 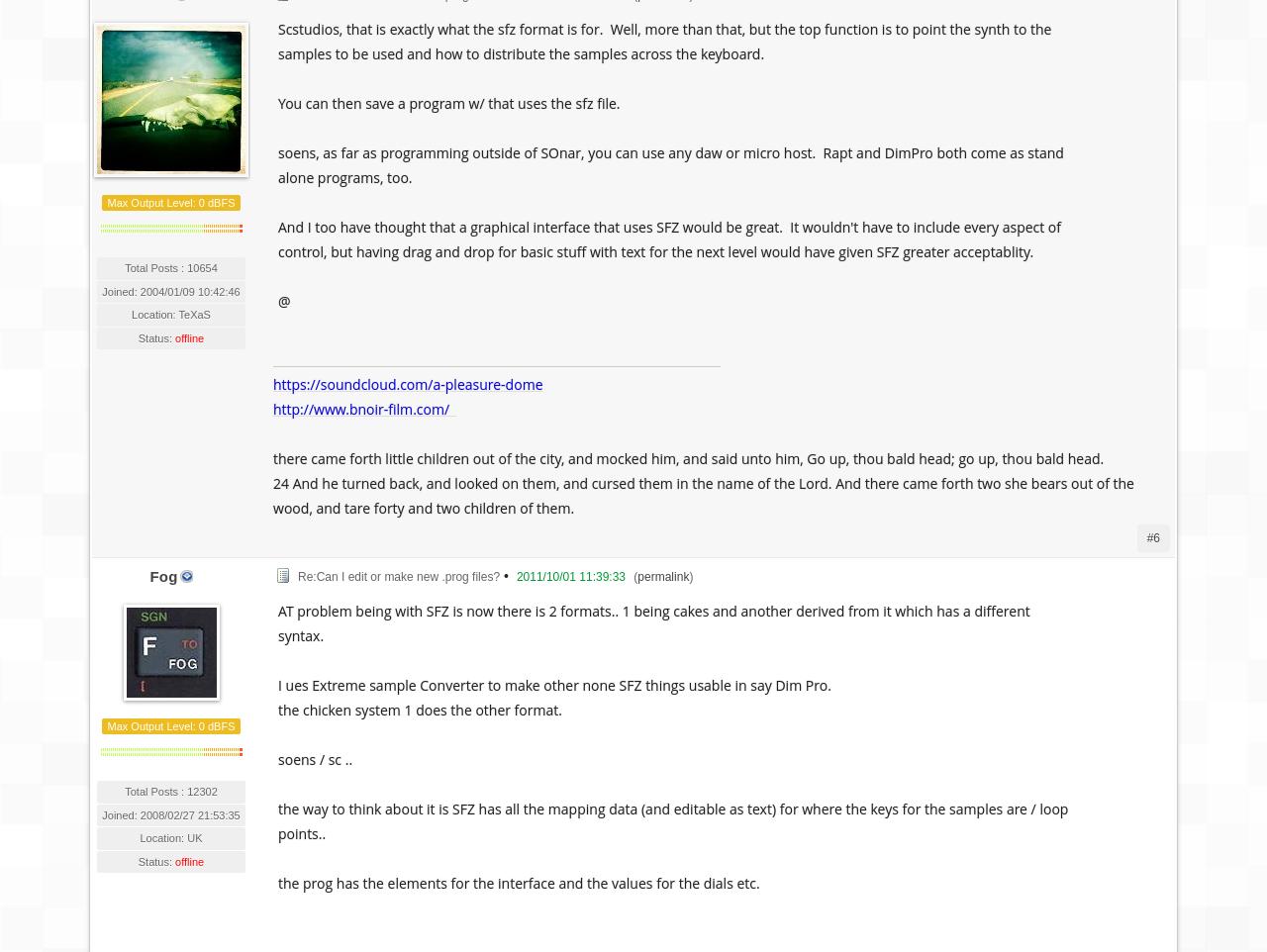 What do you see at coordinates (148, 575) in the screenshot?
I see `'Fog'` at bounding box center [148, 575].